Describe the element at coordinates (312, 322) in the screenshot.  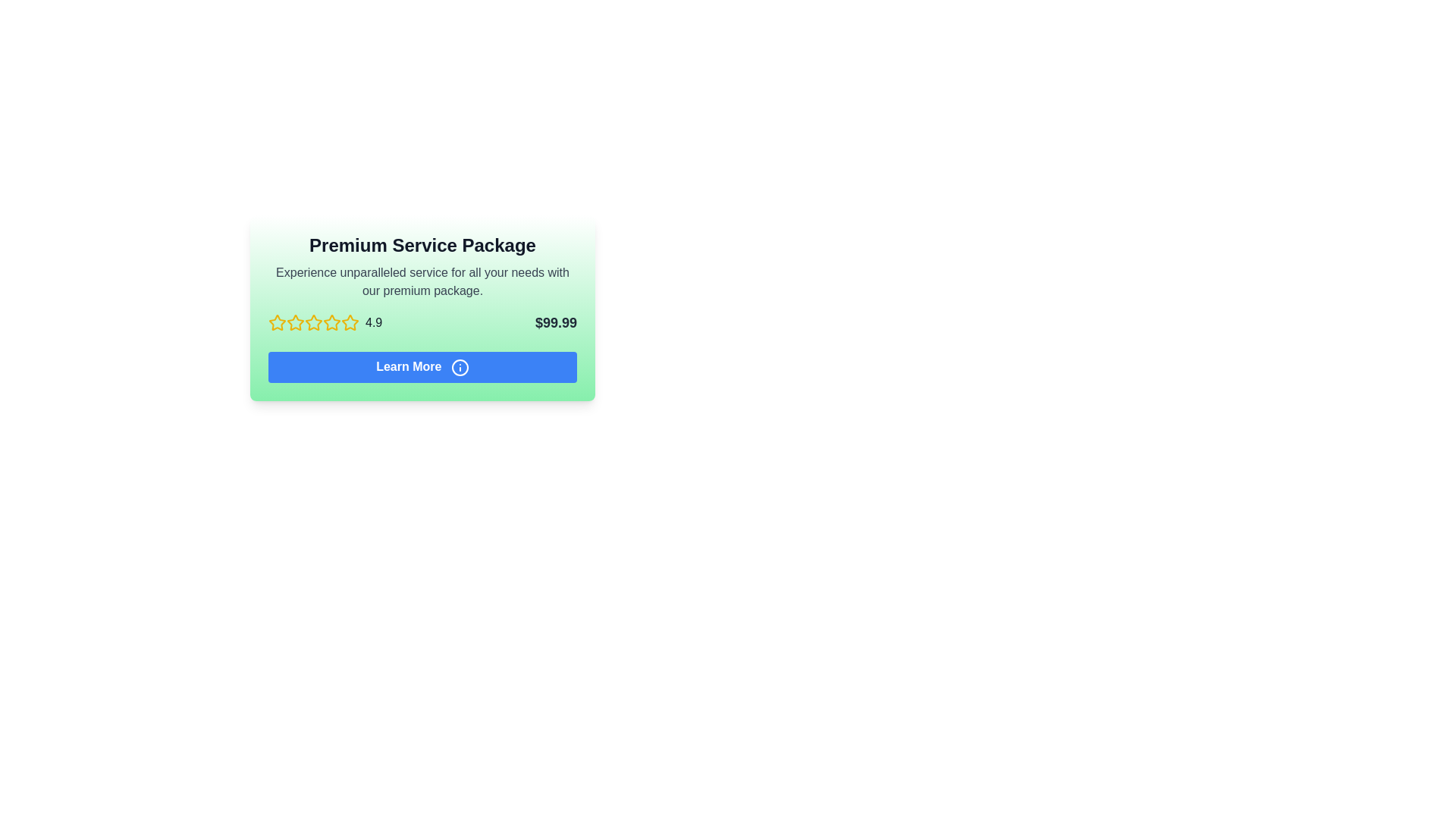
I see `the second star icon from the left in a row of five stars, which has a hollow yellow outline and a light green background, located below 'Premium Service Package' and to the left of the rating number 4.9` at that location.